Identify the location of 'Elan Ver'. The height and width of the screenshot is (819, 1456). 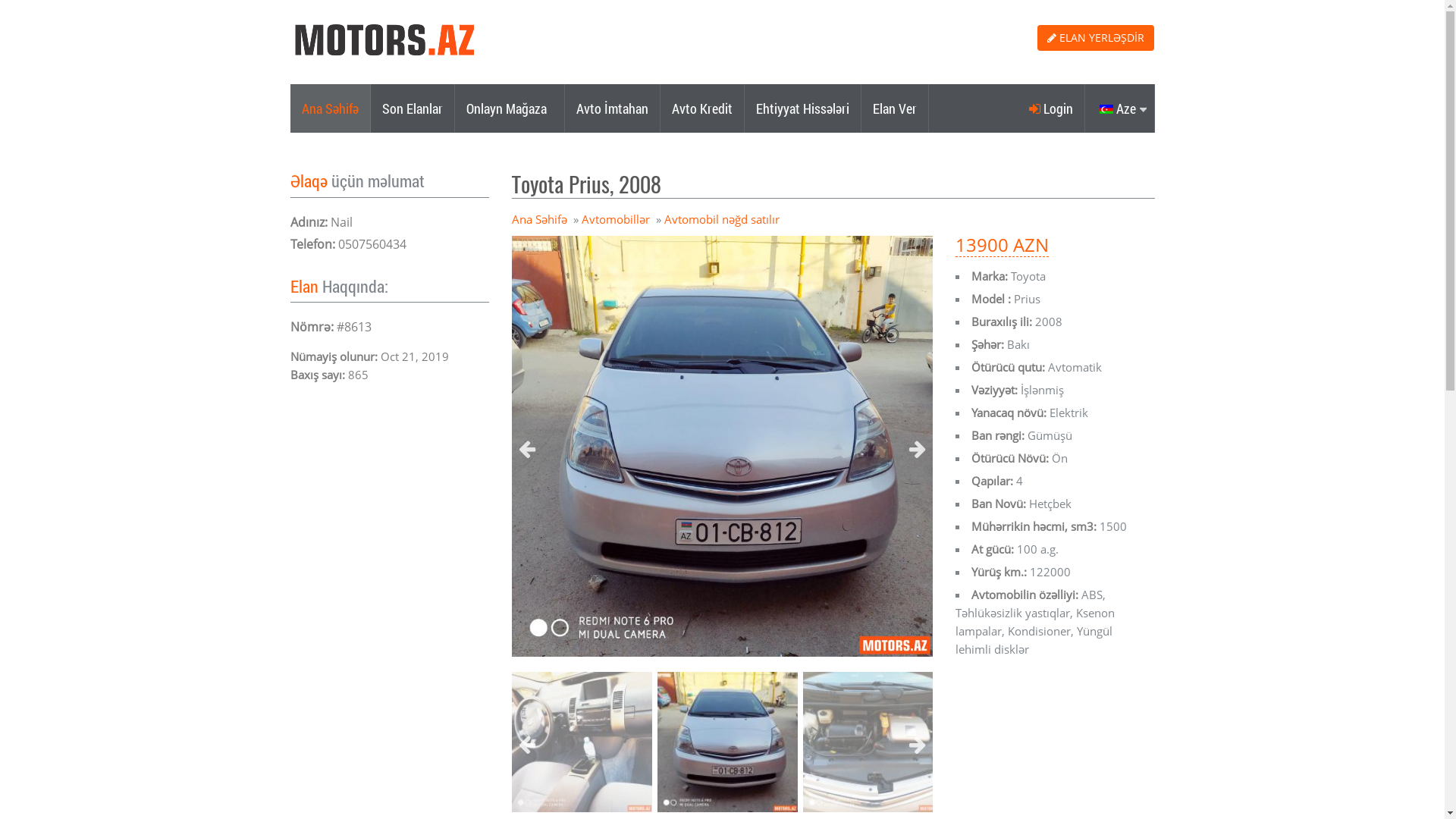
(861, 107).